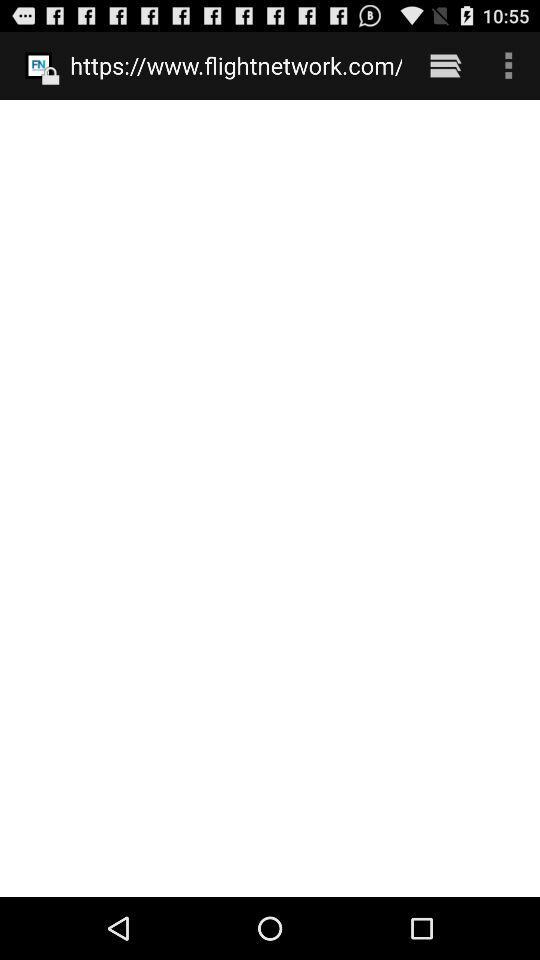 The image size is (540, 960). Describe the element at coordinates (235, 65) in the screenshot. I see `the icon at the top` at that location.